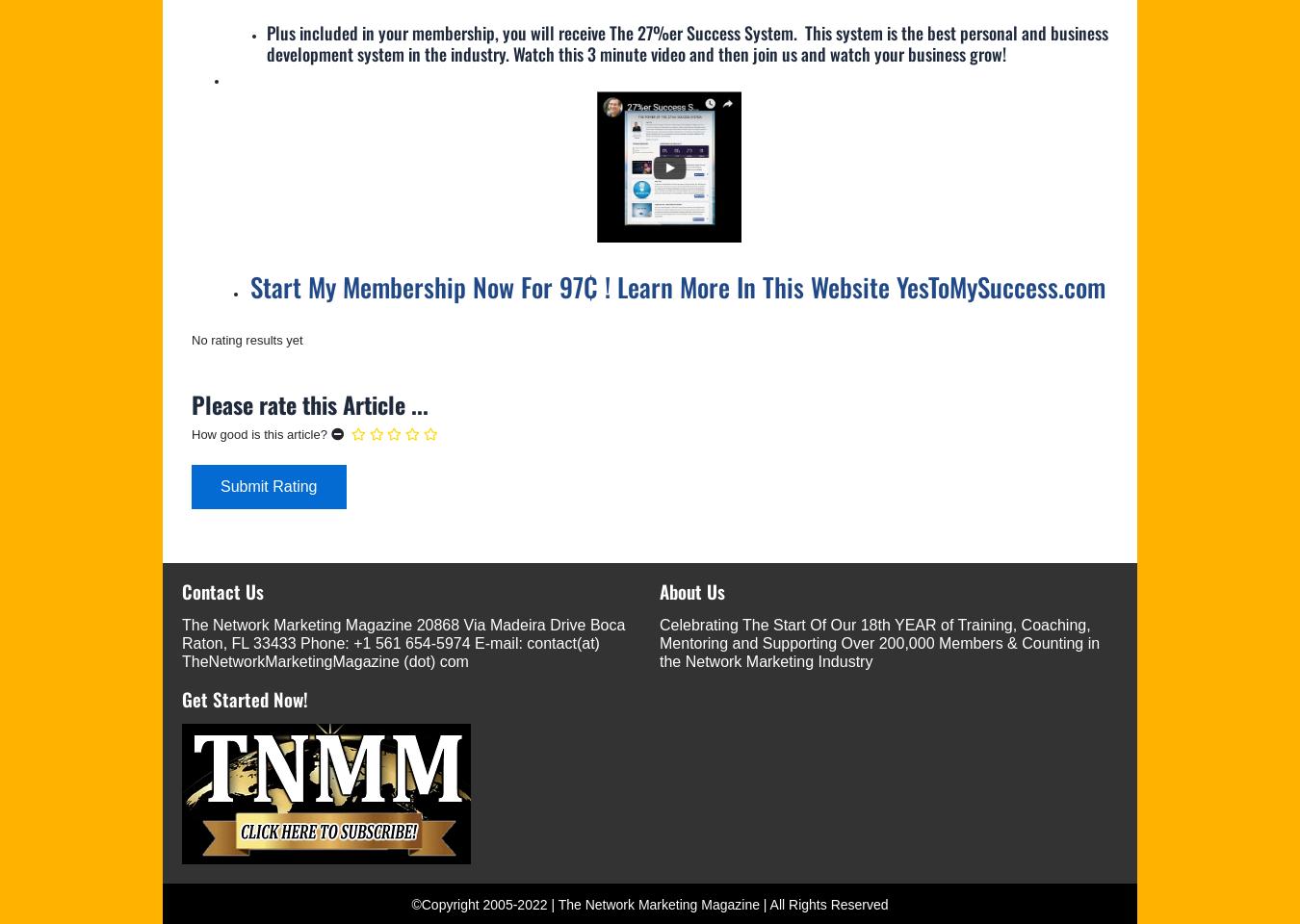 Image resolution: width=1300 pixels, height=924 pixels. What do you see at coordinates (182, 698) in the screenshot?
I see `'Get Started Now!'` at bounding box center [182, 698].